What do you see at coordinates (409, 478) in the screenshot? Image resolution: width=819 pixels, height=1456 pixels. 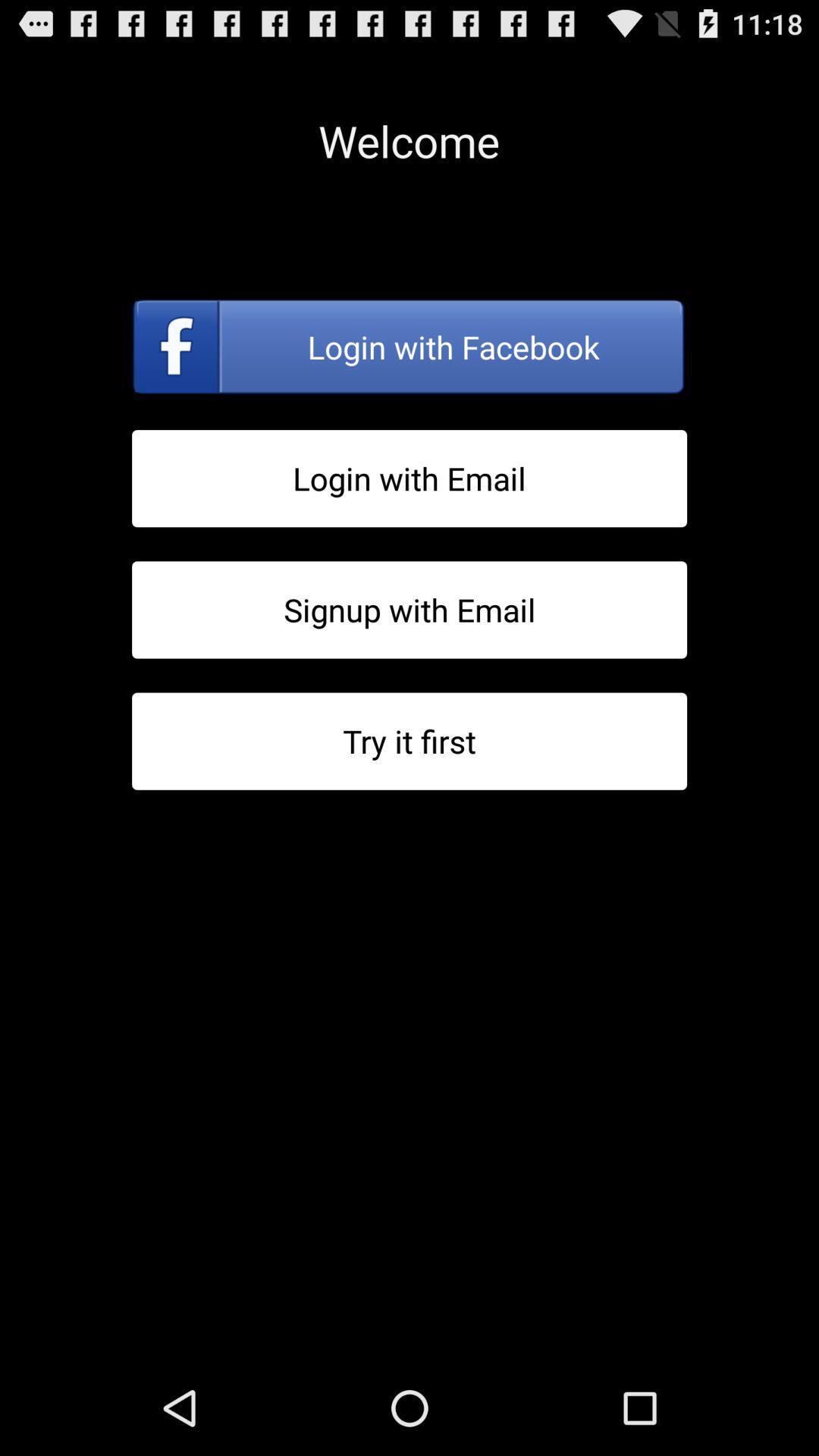 I see `login with email` at bounding box center [409, 478].